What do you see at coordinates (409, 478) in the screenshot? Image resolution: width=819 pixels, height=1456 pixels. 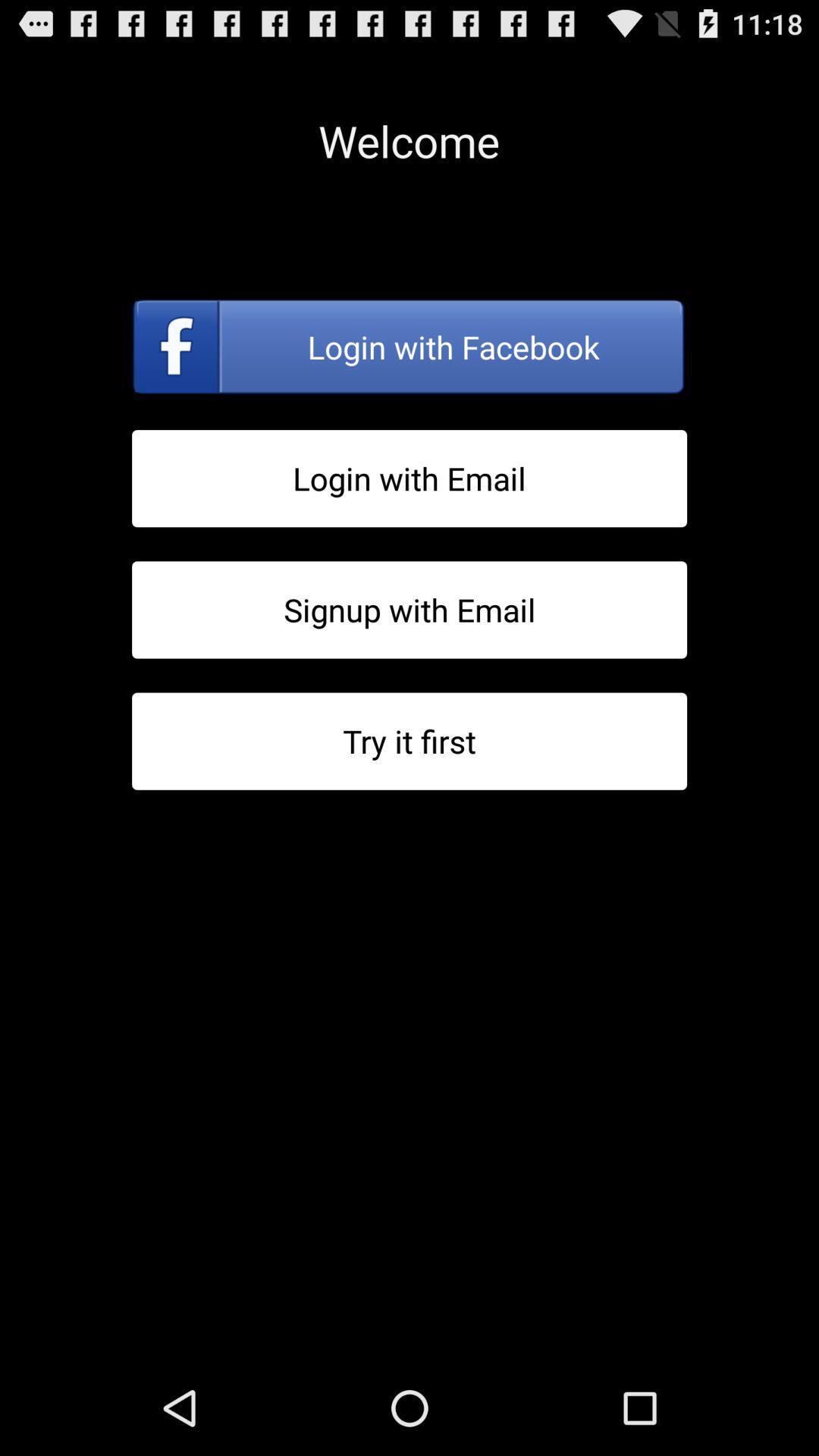 I see `login with email` at bounding box center [409, 478].